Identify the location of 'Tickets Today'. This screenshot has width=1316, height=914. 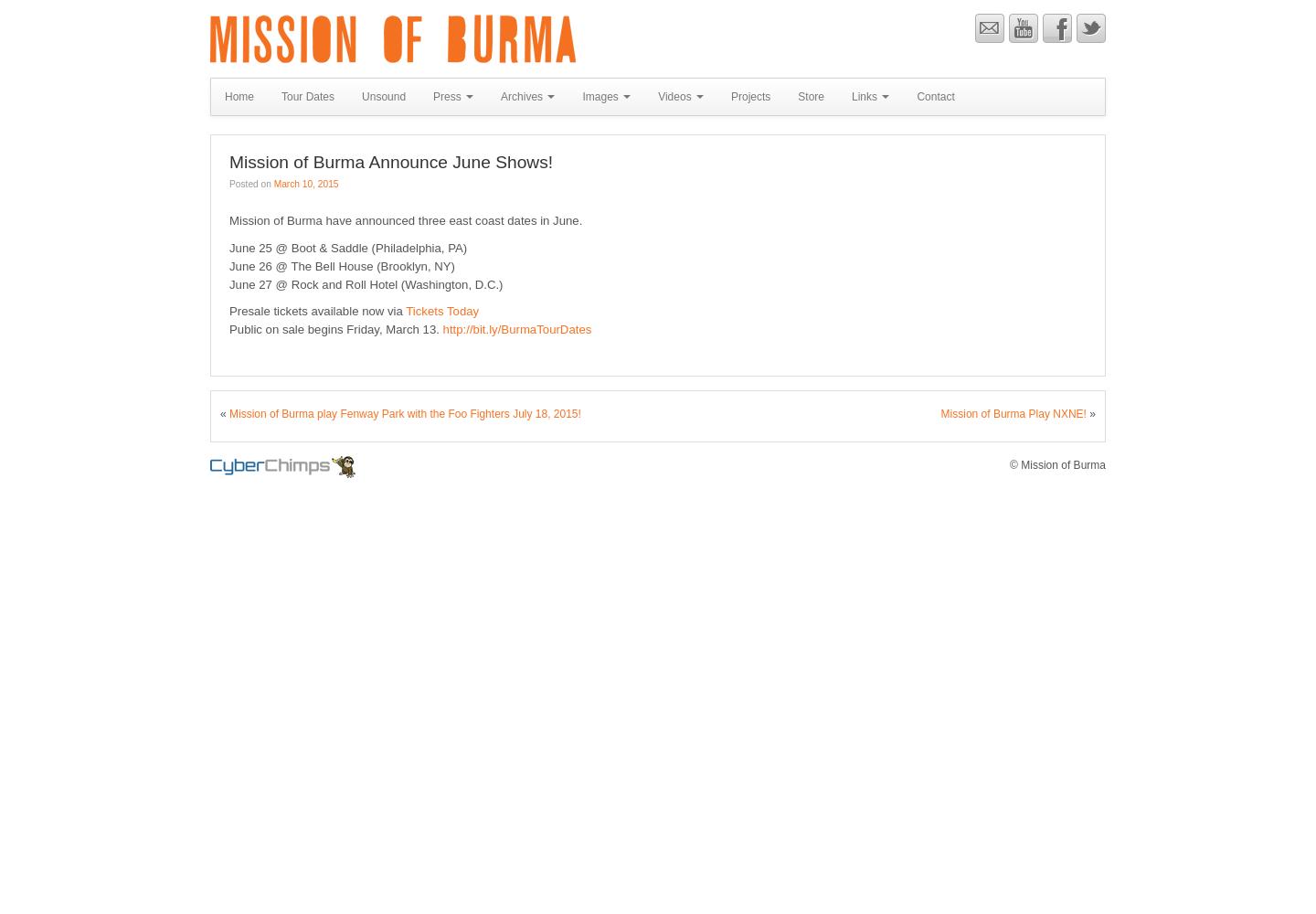
(440, 310).